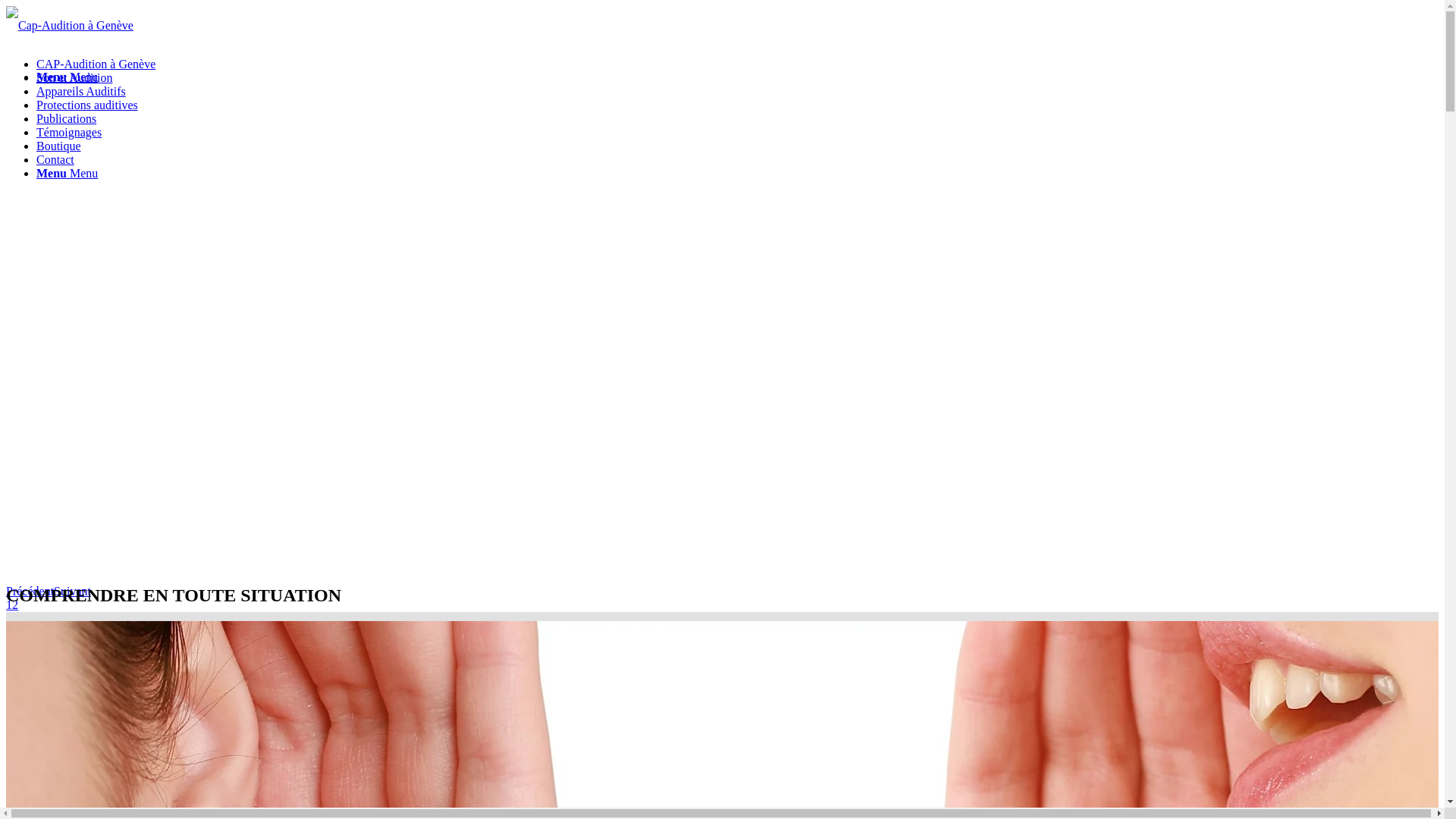 The width and height of the screenshot is (1456, 819). What do you see at coordinates (65, 118) in the screenshot?
I see `'Publications'` at bounding box center [65, 118].